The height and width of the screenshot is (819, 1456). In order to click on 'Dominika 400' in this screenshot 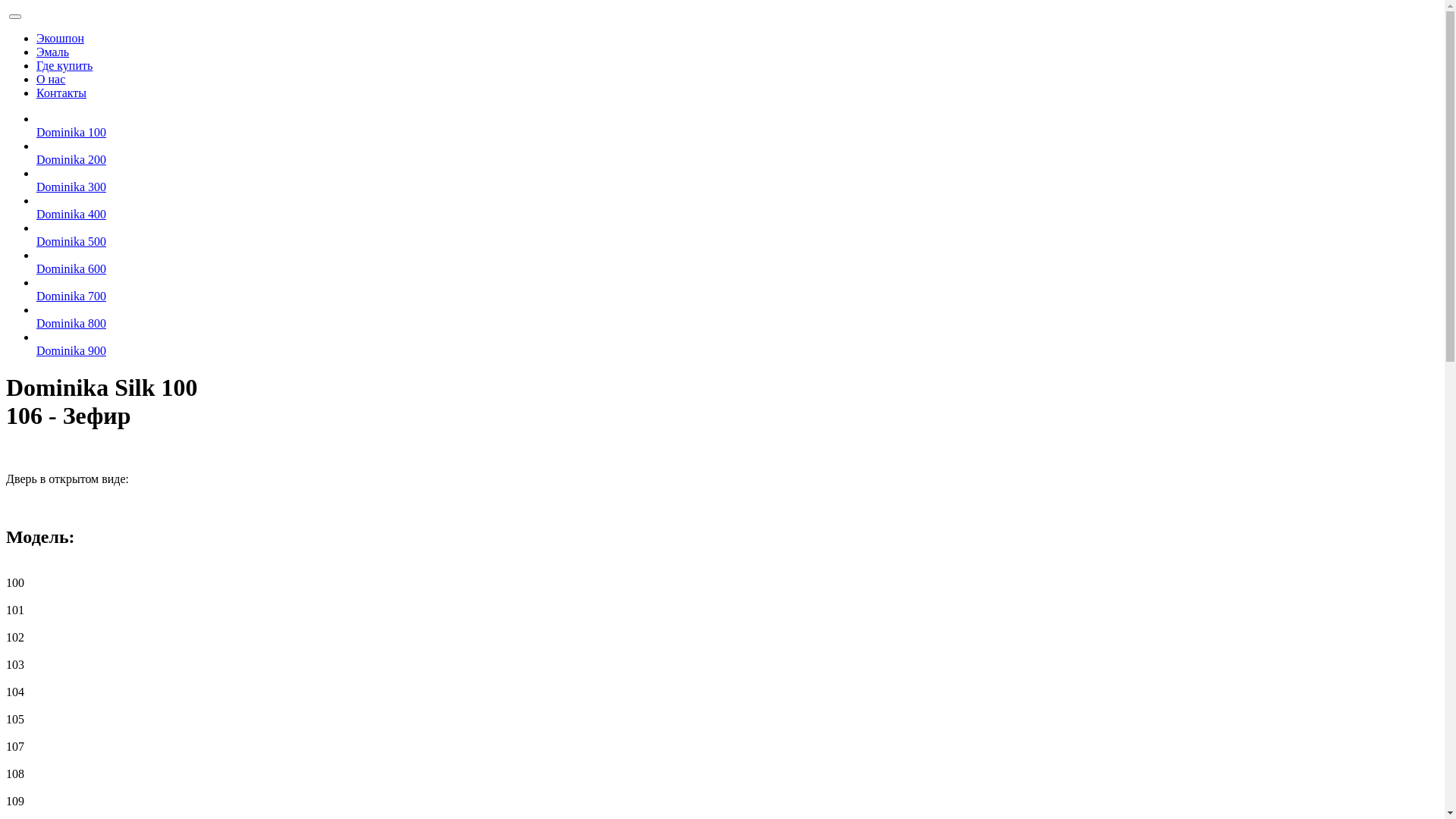, I will do `click(71, 214)`.